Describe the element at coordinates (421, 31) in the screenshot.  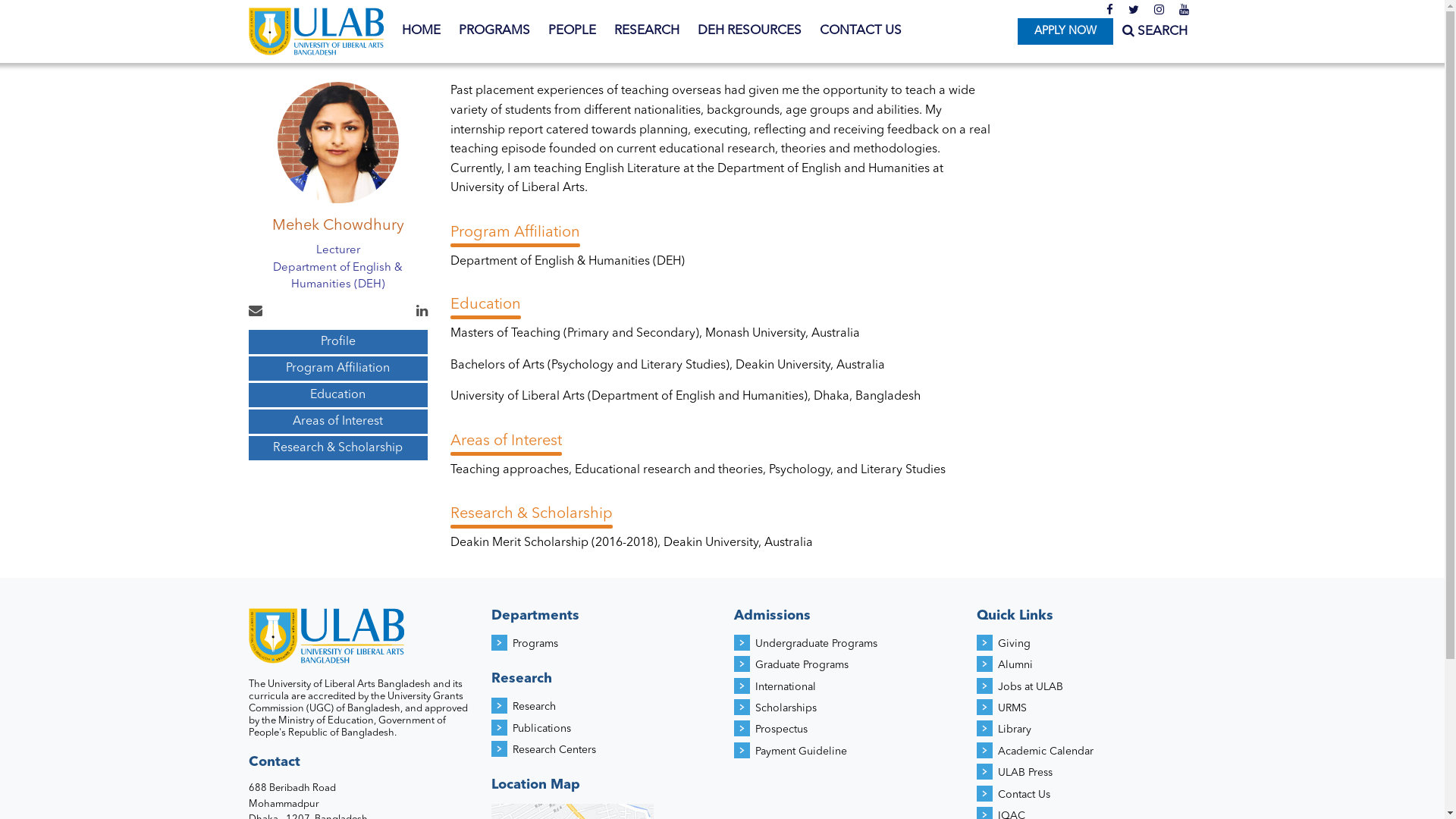
I see `'HOME'` at that location.